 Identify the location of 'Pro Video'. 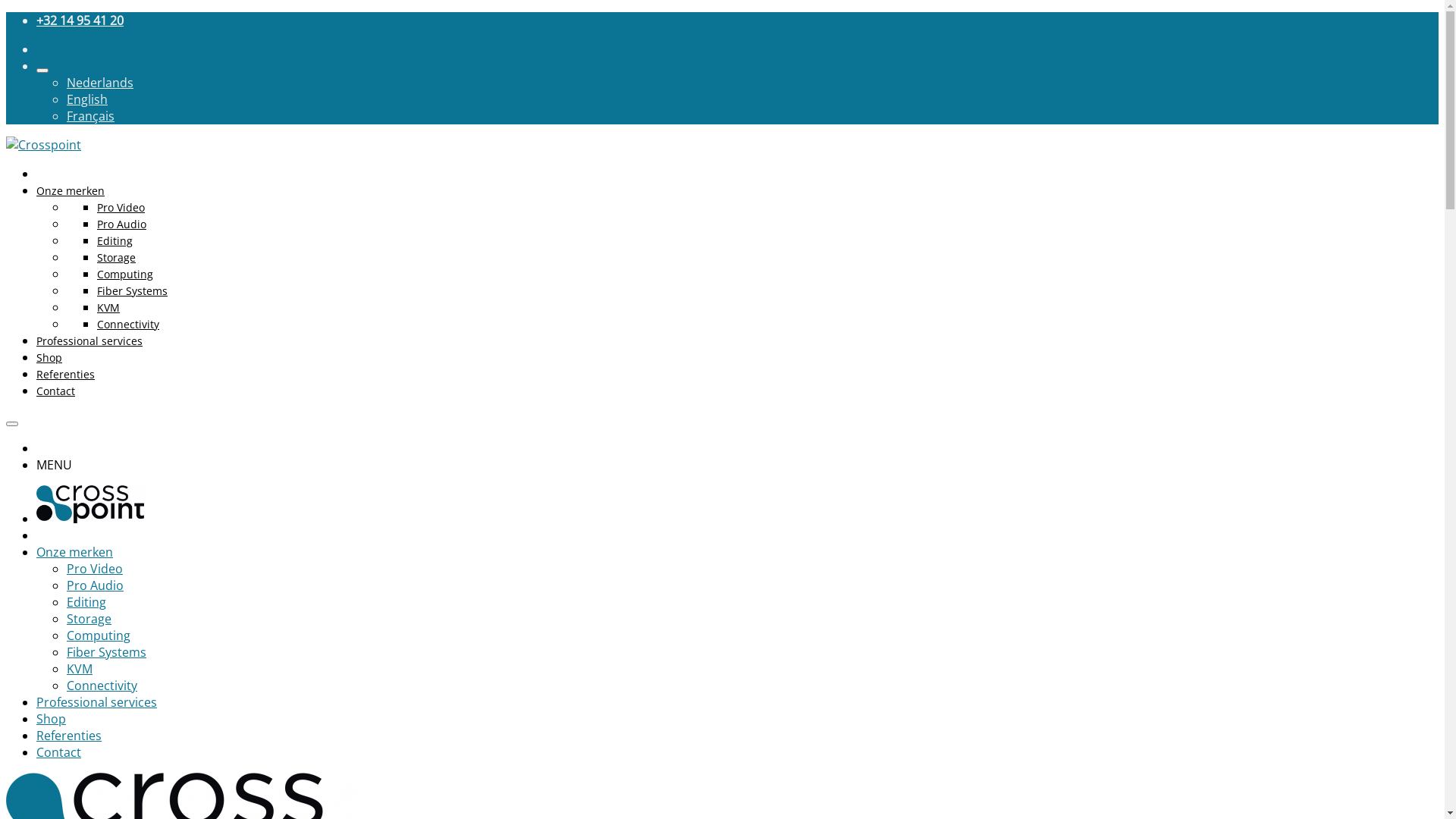
(120, 207).